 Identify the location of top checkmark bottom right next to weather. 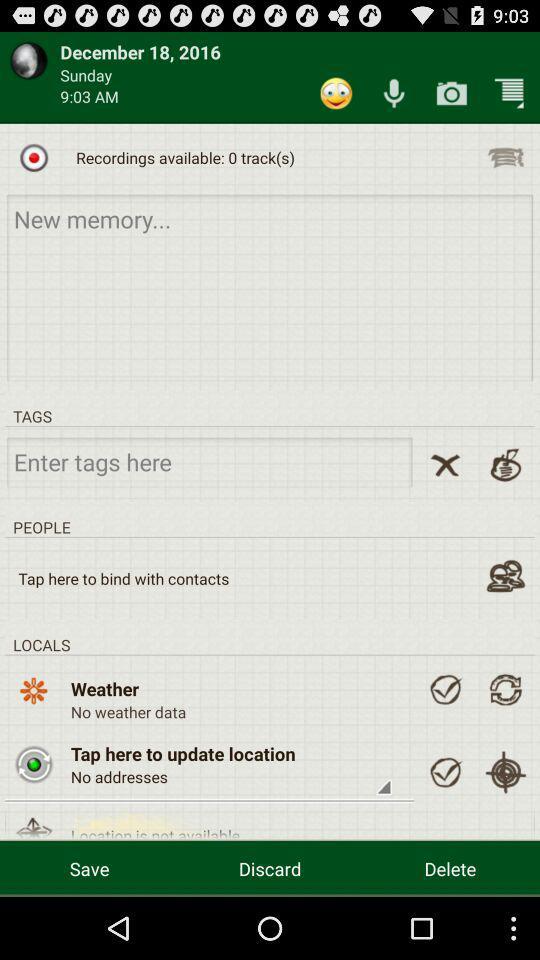
(445, 689).